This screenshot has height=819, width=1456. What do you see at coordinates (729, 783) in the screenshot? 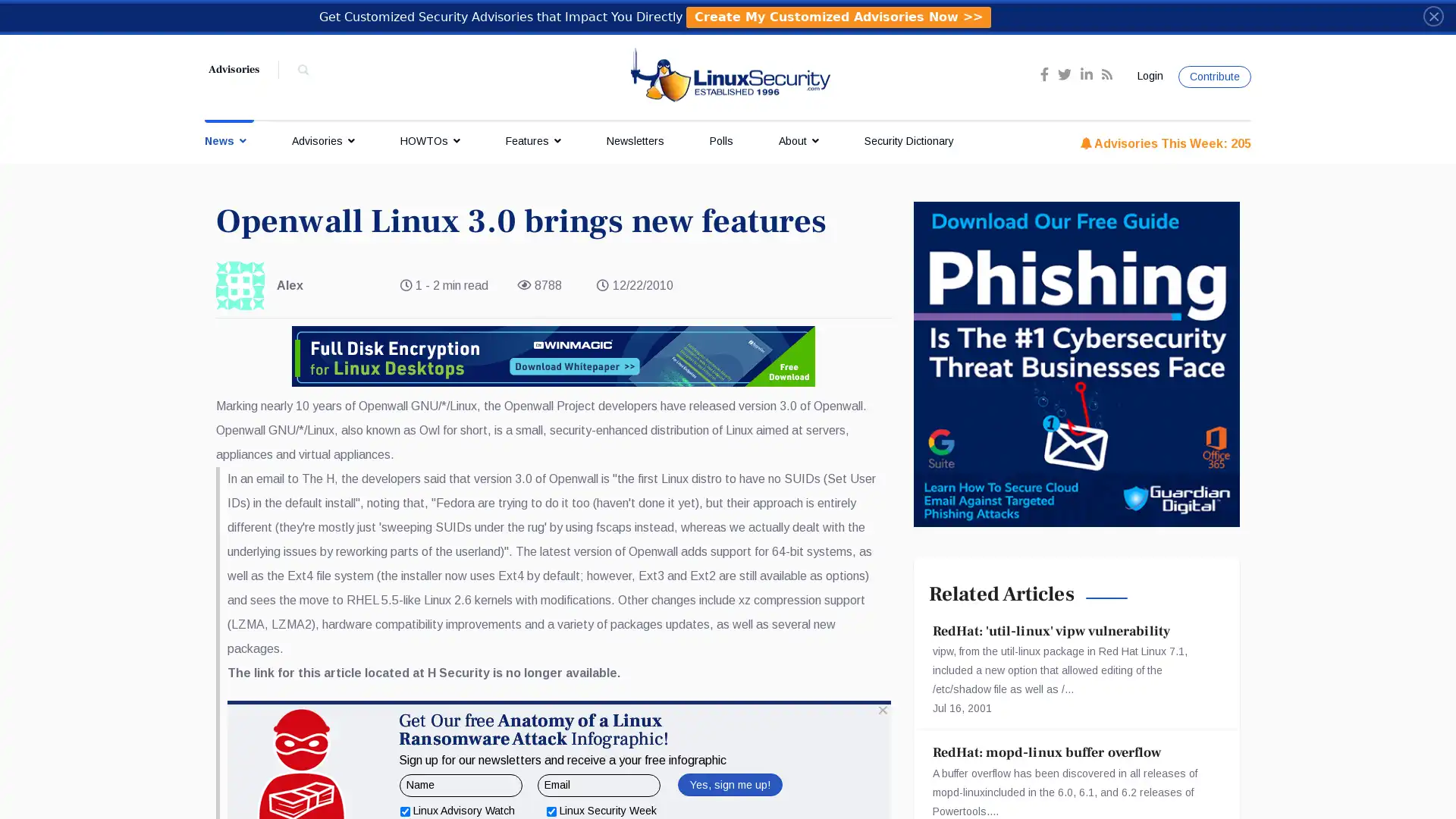
I see `Yes, sign me up!` at bounding box center [729, 783].